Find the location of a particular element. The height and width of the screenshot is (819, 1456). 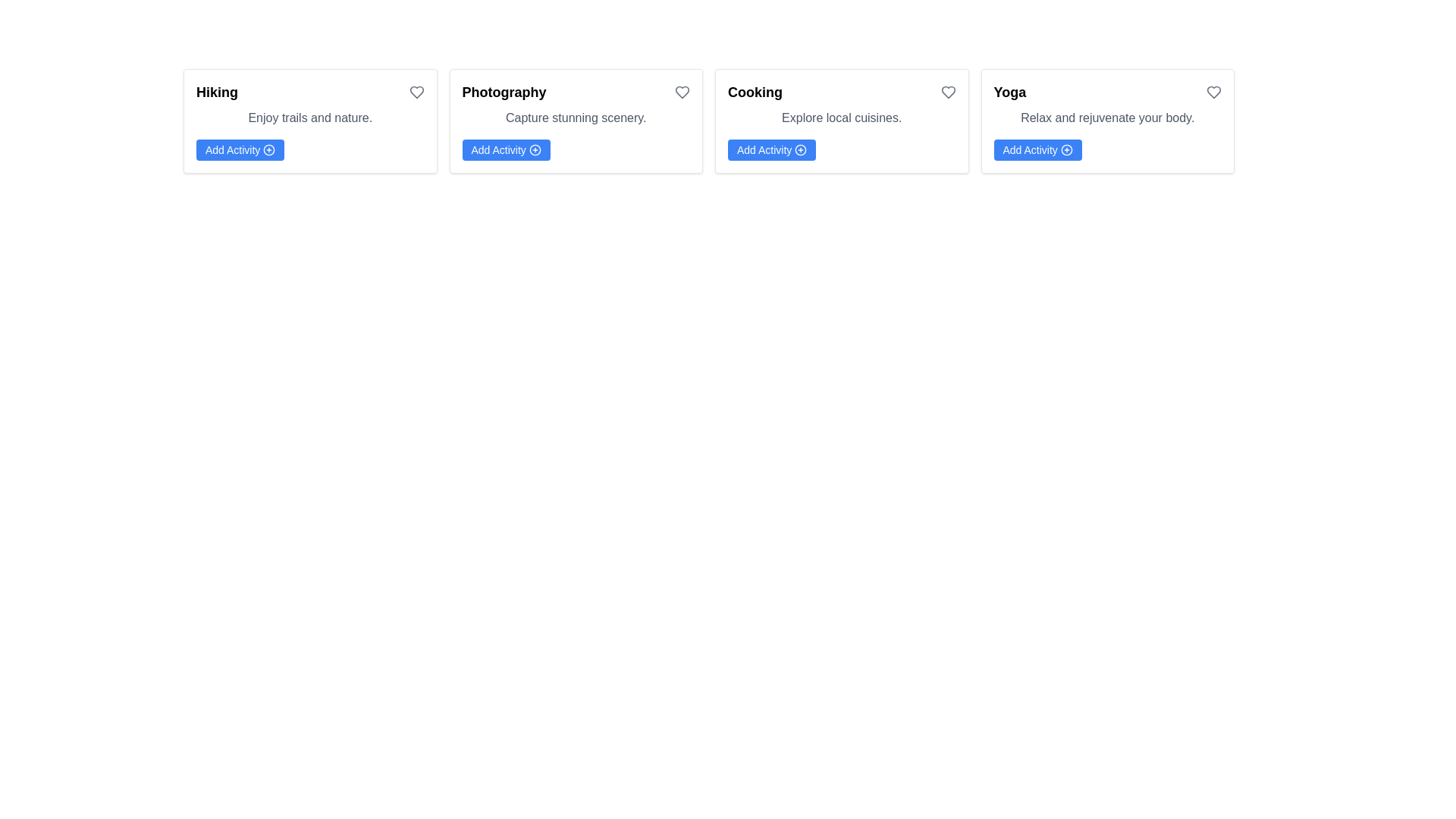

the heart outline icon located at the top-right corner of the 'Hiking' activity card is located at coordinates (416, 93).